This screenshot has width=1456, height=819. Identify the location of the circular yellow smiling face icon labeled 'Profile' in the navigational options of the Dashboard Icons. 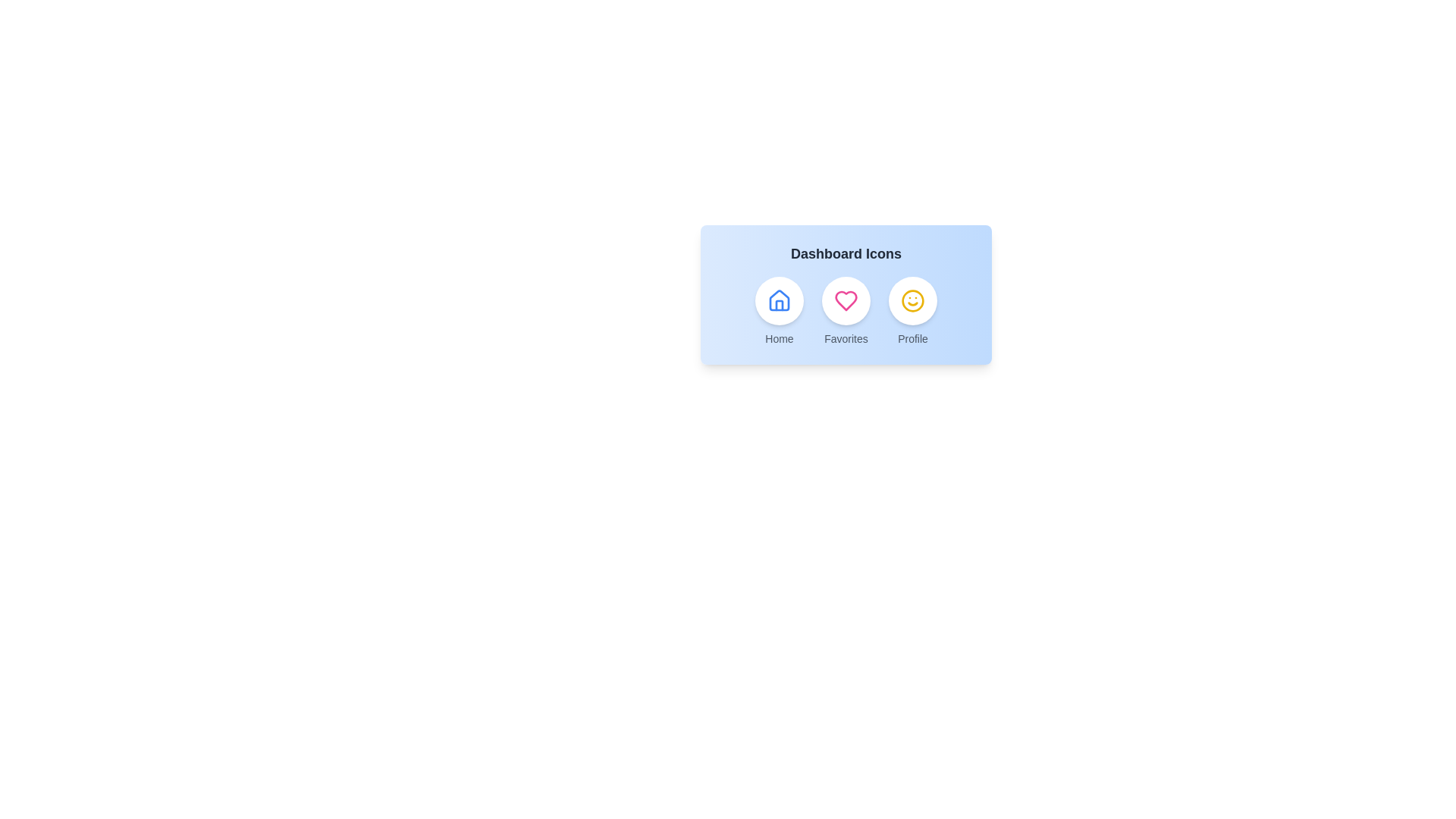
(912, 311).